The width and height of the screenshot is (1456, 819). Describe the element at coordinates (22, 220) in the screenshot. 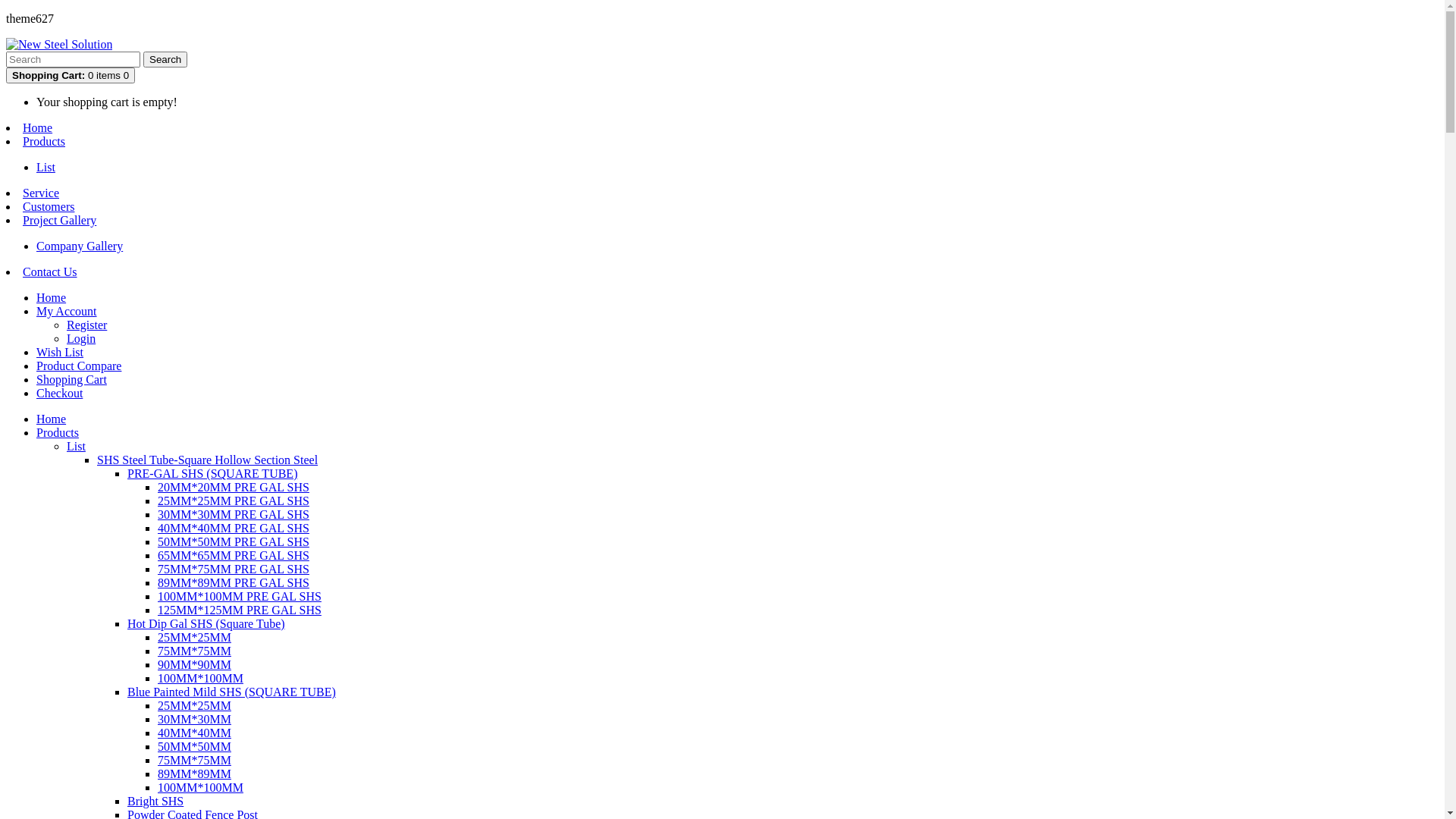

I see `'Project Gallery'` at that location.